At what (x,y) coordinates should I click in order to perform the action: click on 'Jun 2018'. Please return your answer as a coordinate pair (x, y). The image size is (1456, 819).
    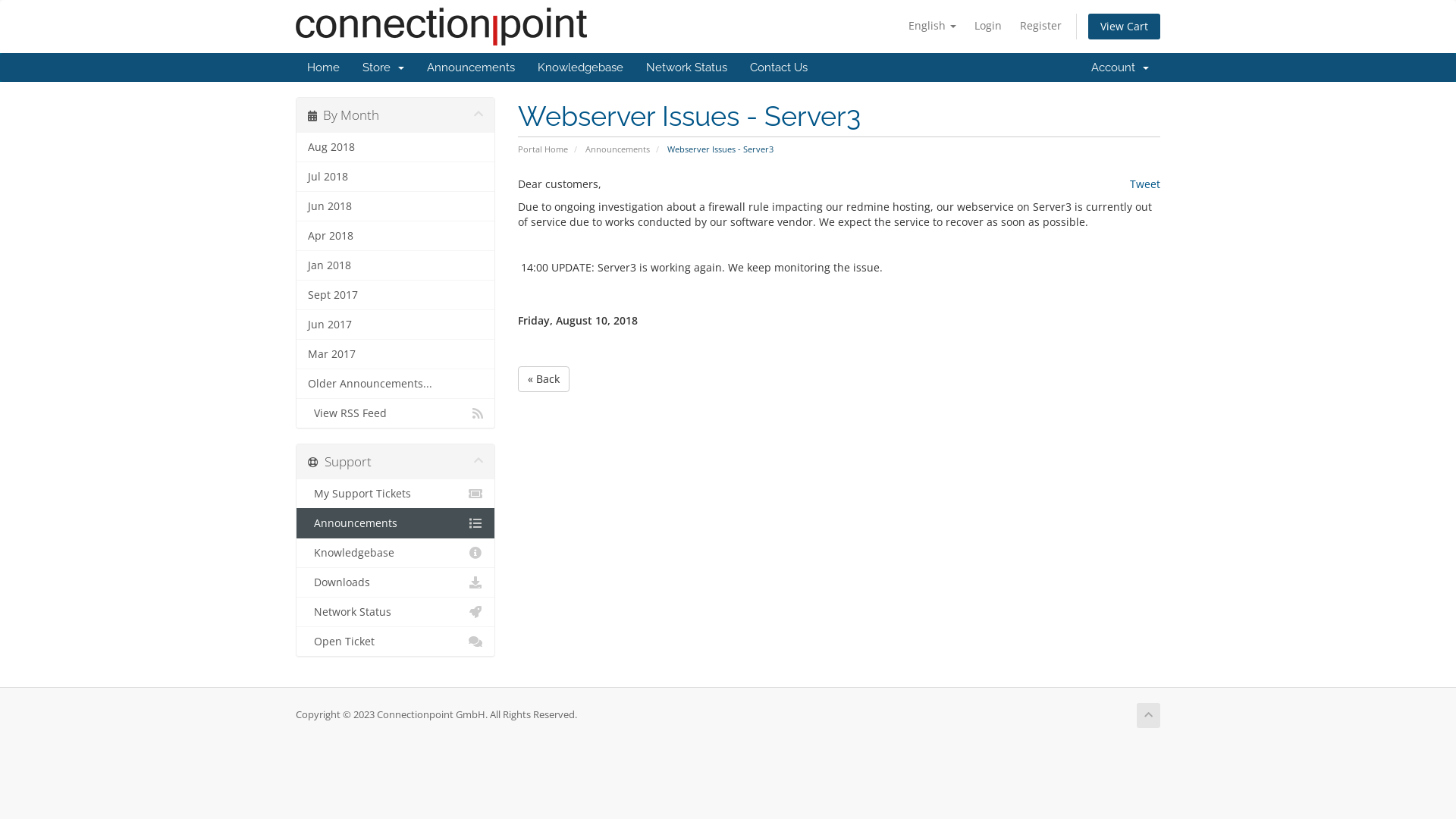
    Looking at the image, I should click on (395, 206).